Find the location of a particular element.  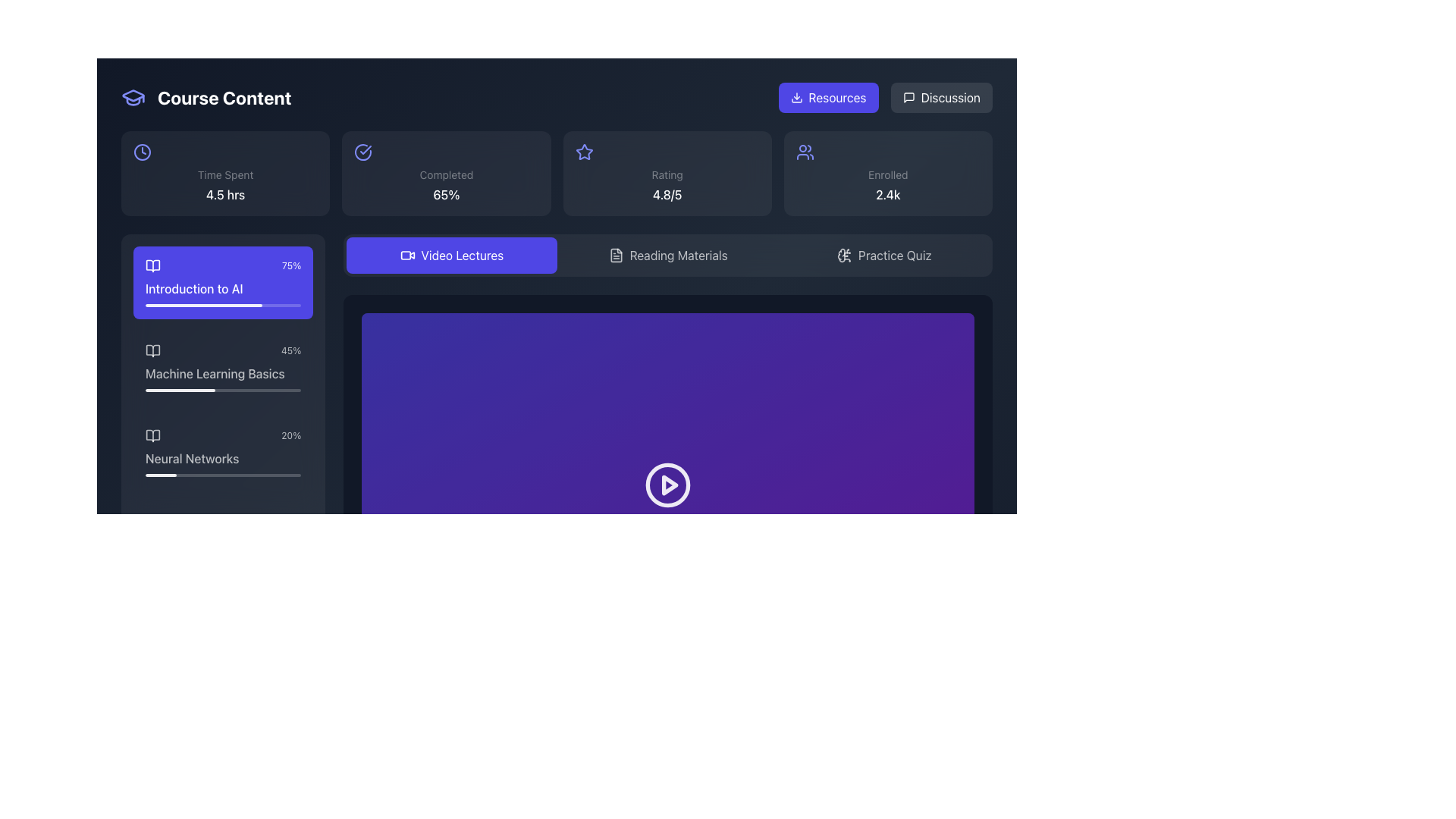

the progress bar segment representing the completed portion of the 'Machine Learning Basics' course module, located under the corresponding text on the sidebar is located at coordinates (180, 390).